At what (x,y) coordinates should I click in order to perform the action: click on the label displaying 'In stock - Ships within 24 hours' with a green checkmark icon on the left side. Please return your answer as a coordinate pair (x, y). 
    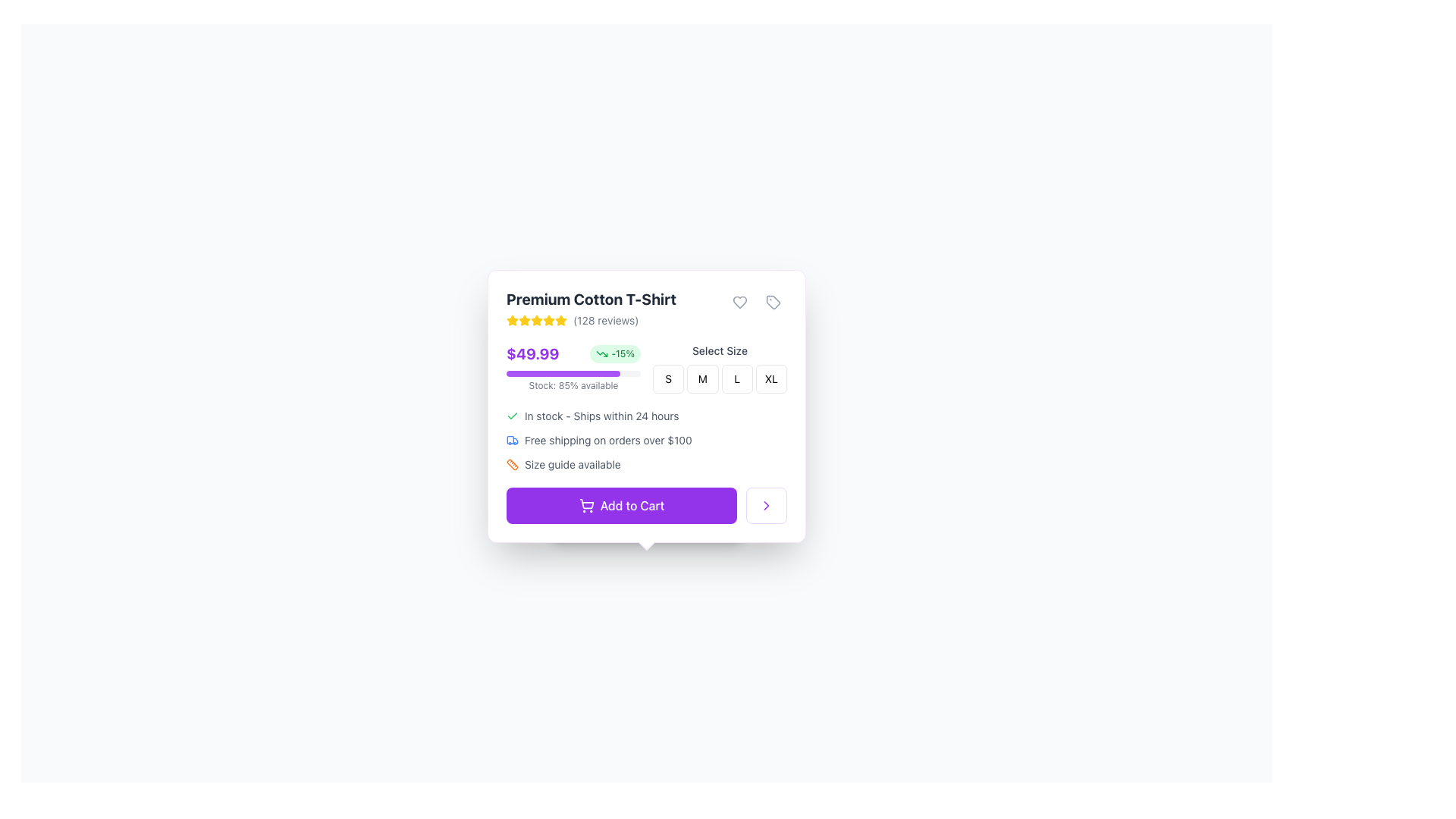
    Looking at the image, I should click on (647, 416).